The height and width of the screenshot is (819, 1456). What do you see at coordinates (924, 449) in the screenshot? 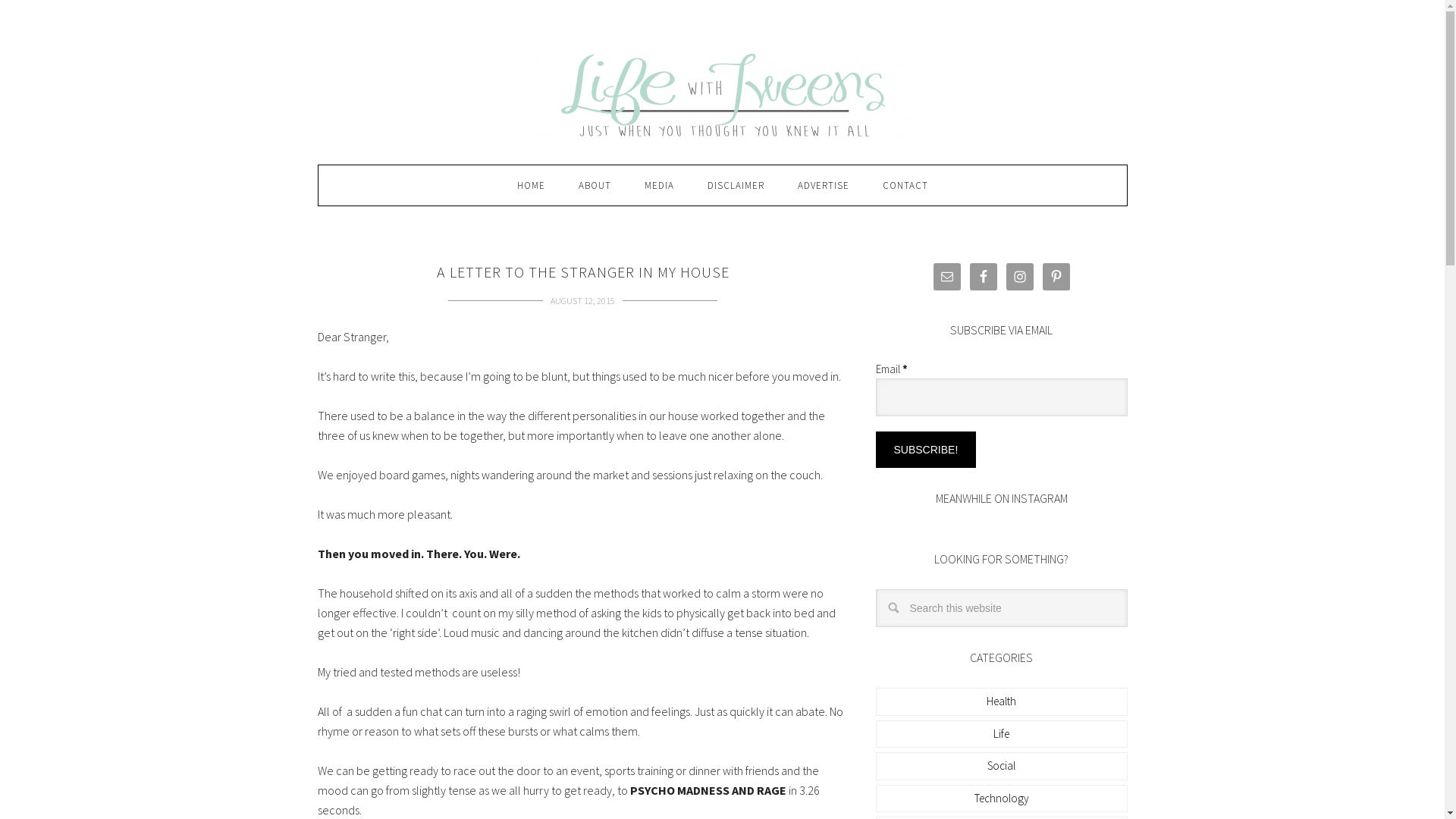
I see `'Subscribe!'` at bounding box center [924, 449].